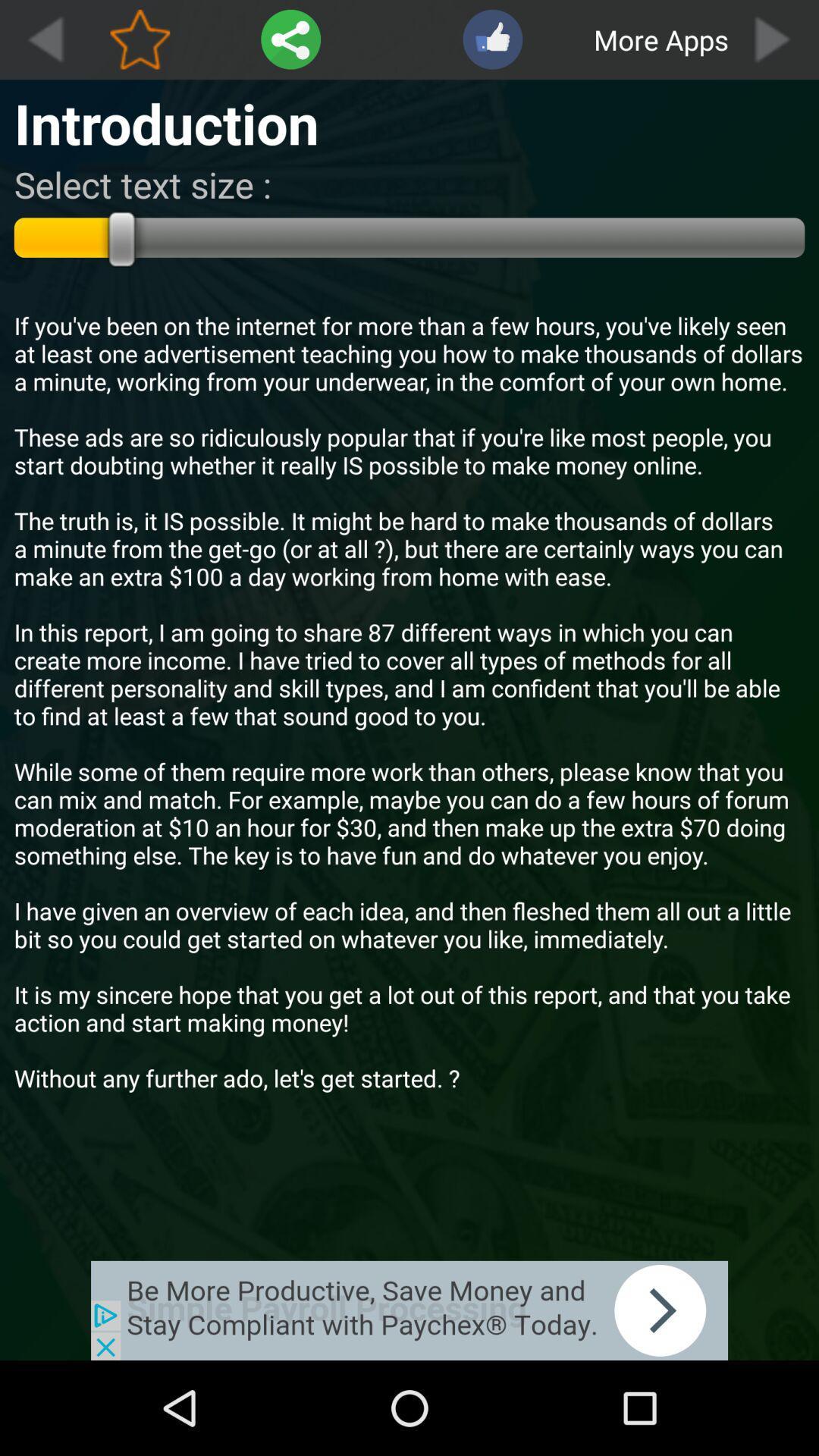 Image resolution: width=819 pixels, height=1456 pixels. What do you see at coordinates (140, 39) in the screenshot?
I see `favorite` at bounding box center [140, 39].